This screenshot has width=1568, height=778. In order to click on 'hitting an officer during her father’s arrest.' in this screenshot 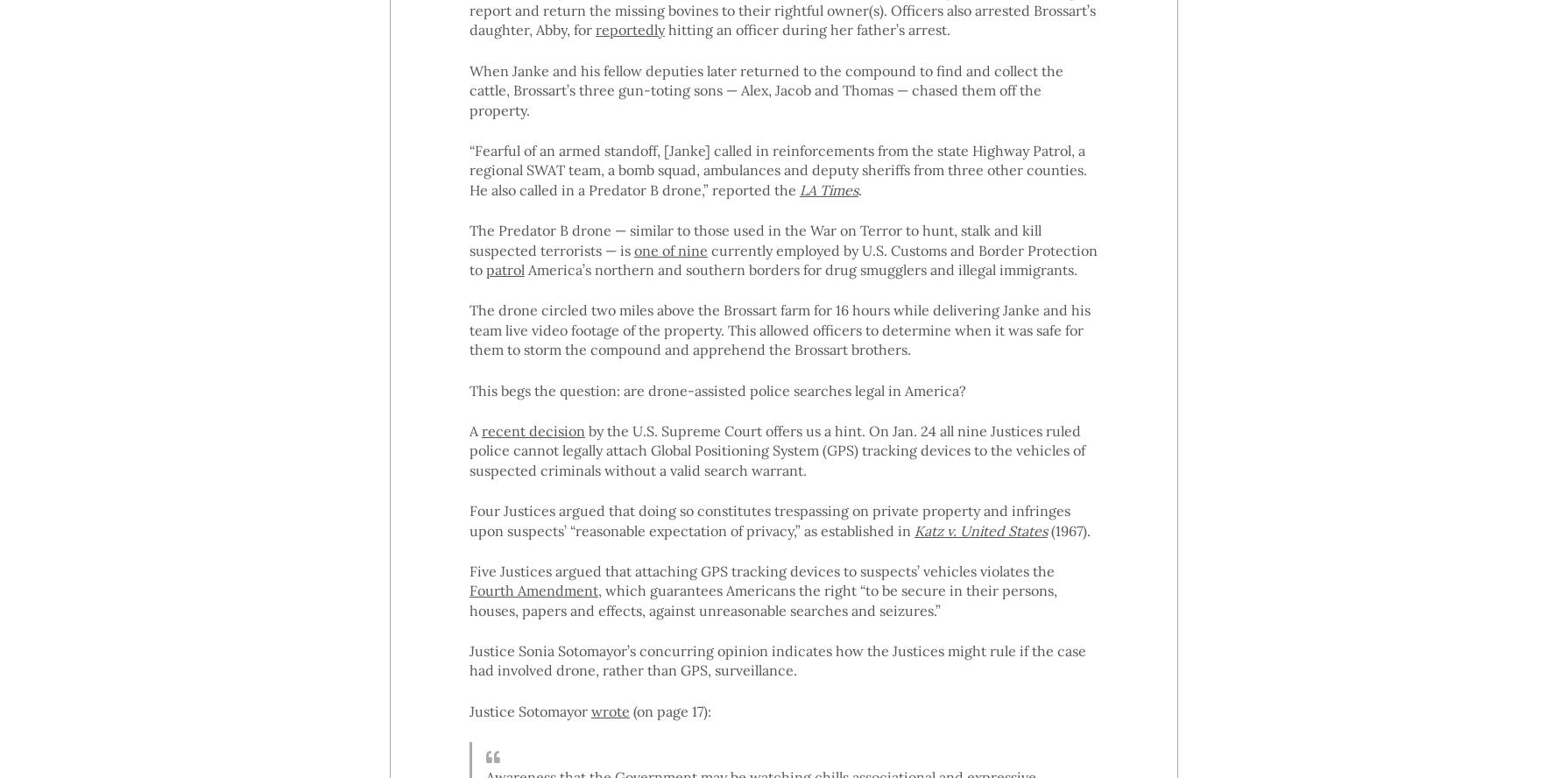, I will do `click(806, 30)`.